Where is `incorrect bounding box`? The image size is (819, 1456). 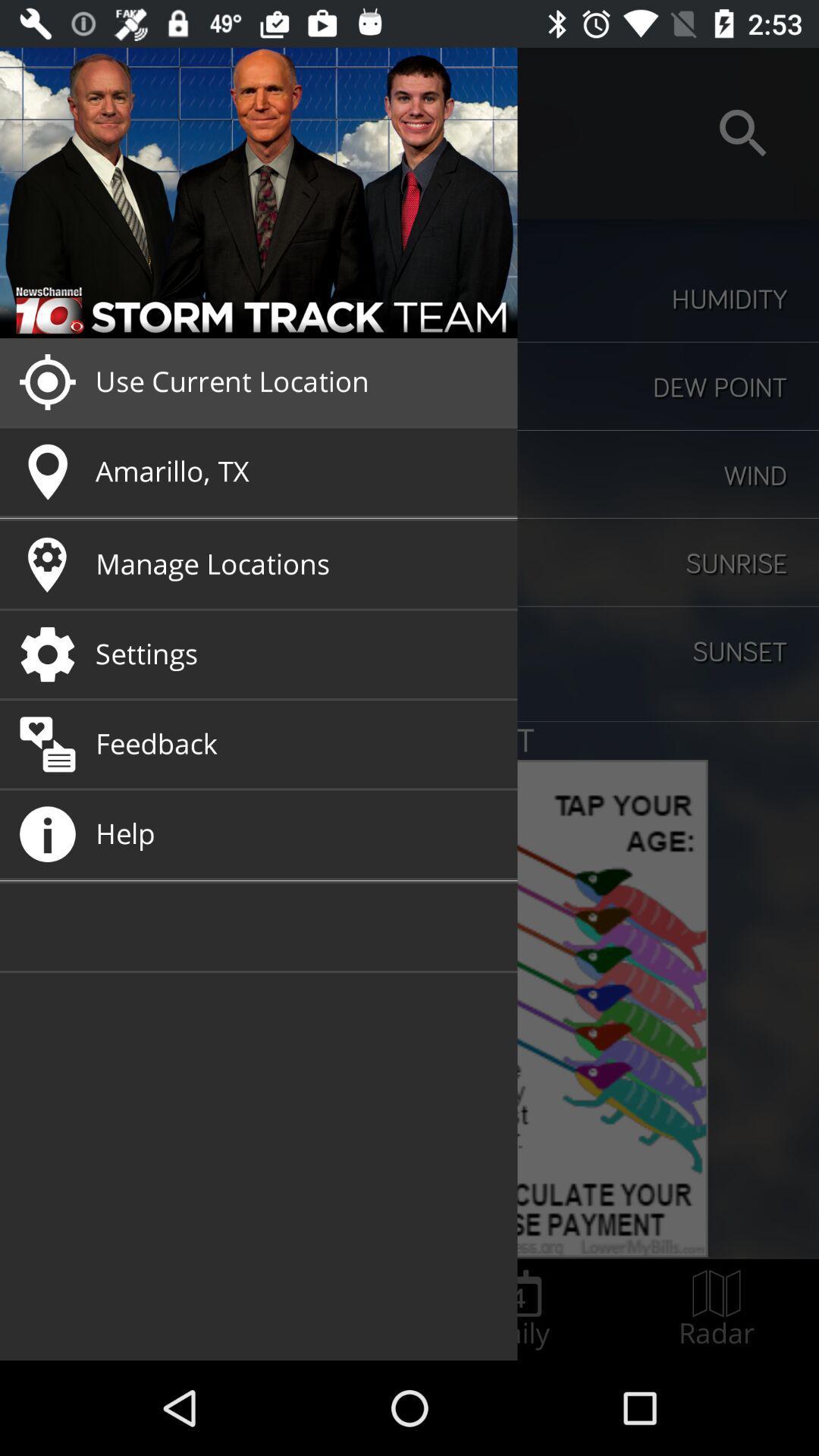 incorrect bounding box is located at coordinates (517, 1309).